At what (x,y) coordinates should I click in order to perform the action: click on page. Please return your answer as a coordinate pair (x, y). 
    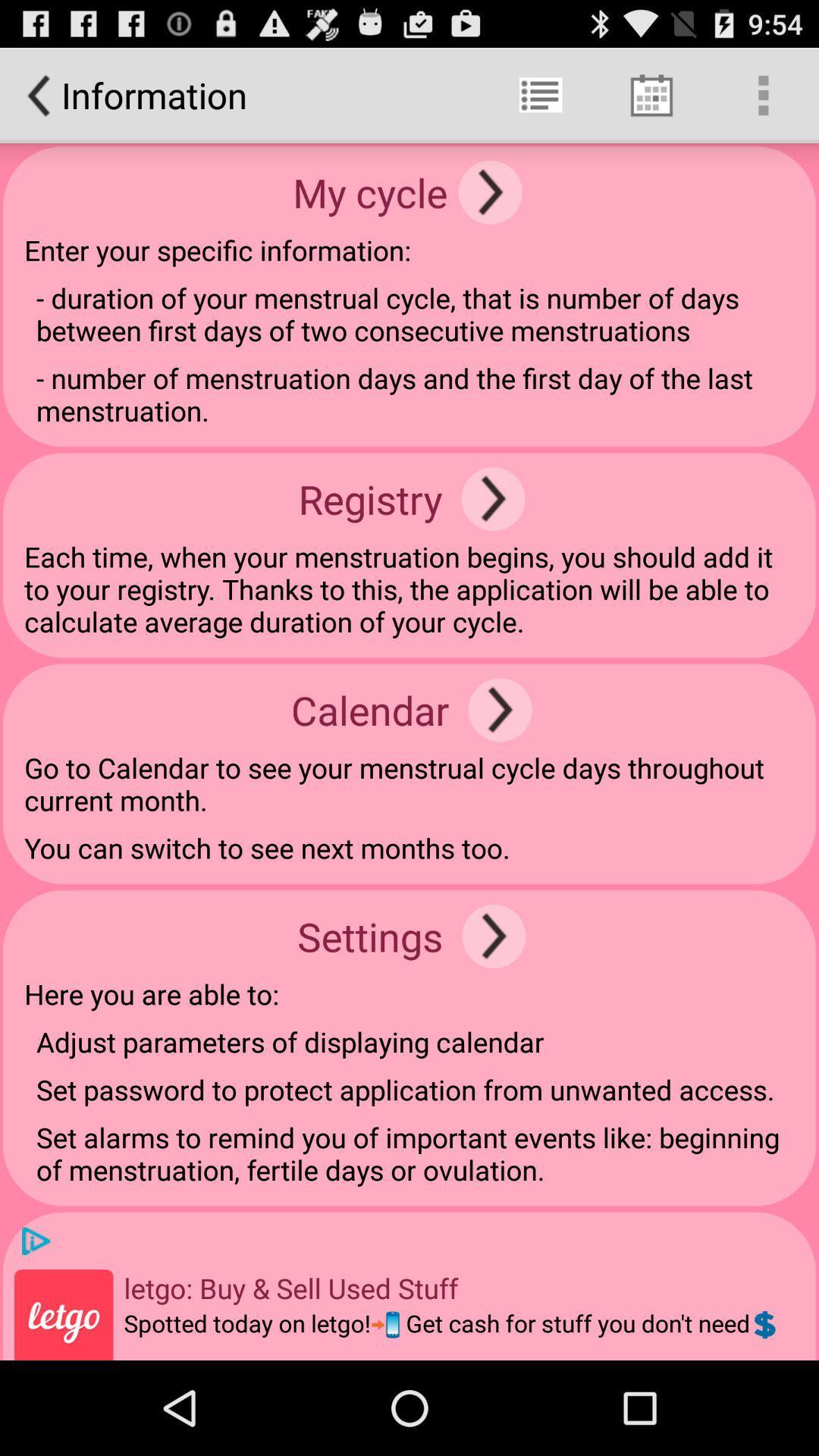
    Looking at the image, I should click on (490, 191).